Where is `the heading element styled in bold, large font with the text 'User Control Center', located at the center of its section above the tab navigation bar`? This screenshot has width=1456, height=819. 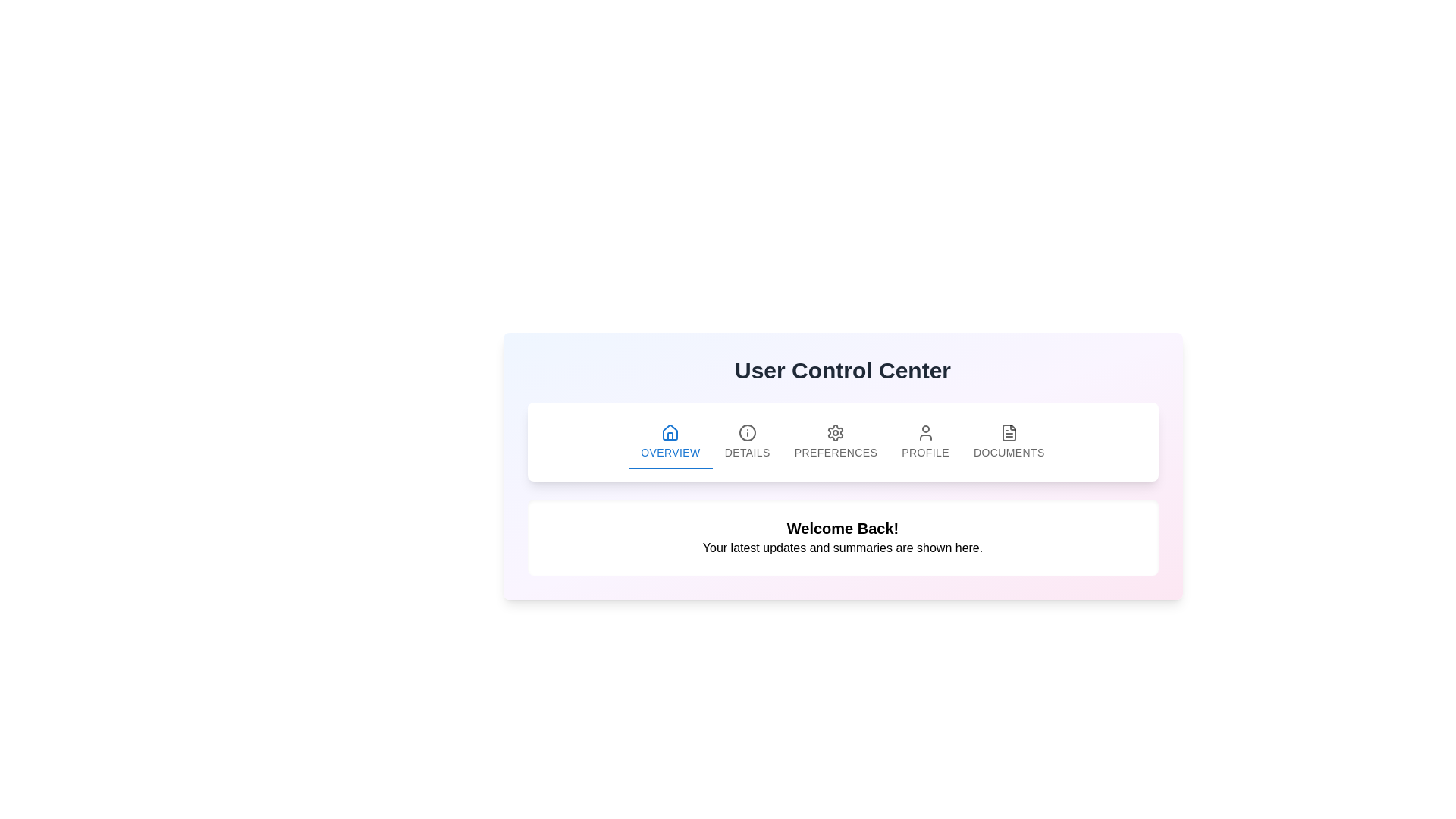
the heading element styled in bold, large font with the text 'User Control Center', located at the center of its section above the tab navigation bar is located at coordinates (842, 371).